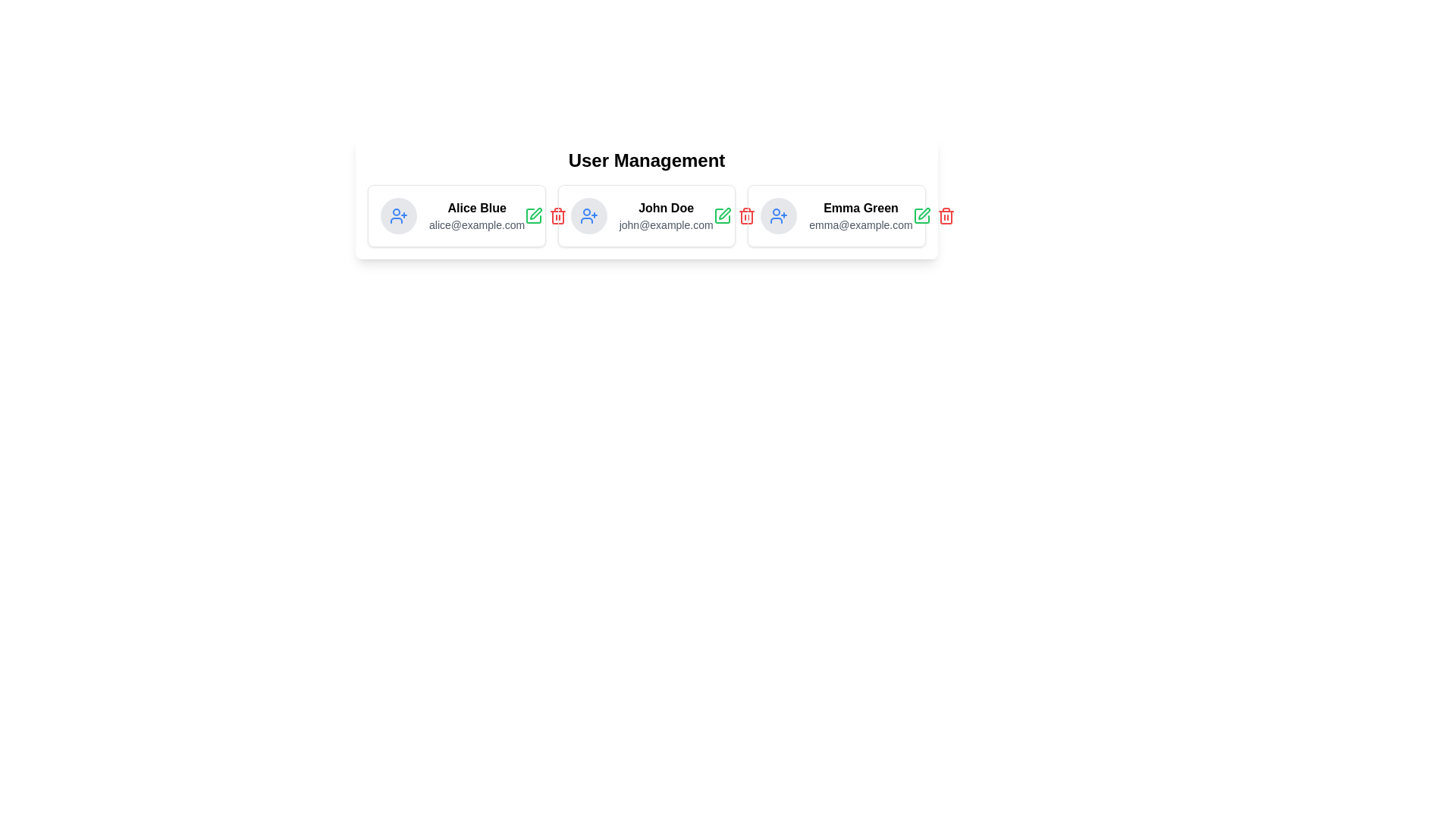  What do you see at coordinates (945, 216) in the screenshot?
I see `the red-colored trash icon button` at bounding box center [945, 216].